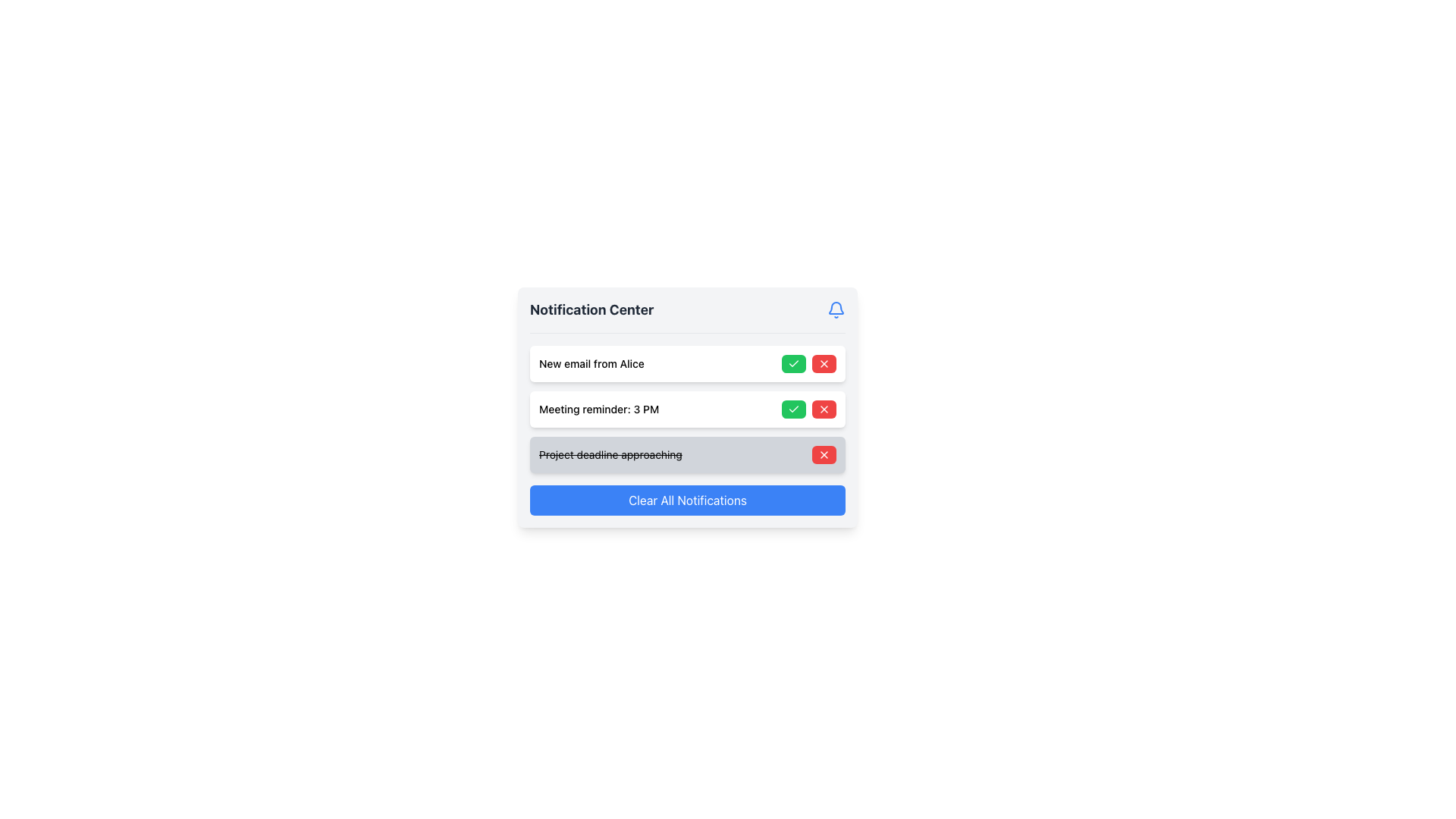  What do you see at coordinates (808, 409) in the screenshot?
I see `the green button with a white checkmark icon in the Grouped Interactive Buttons on the right side of the 'Meeting reminder: 3 PM' notification card to confirm or accept` at bounding box center [808, 409].